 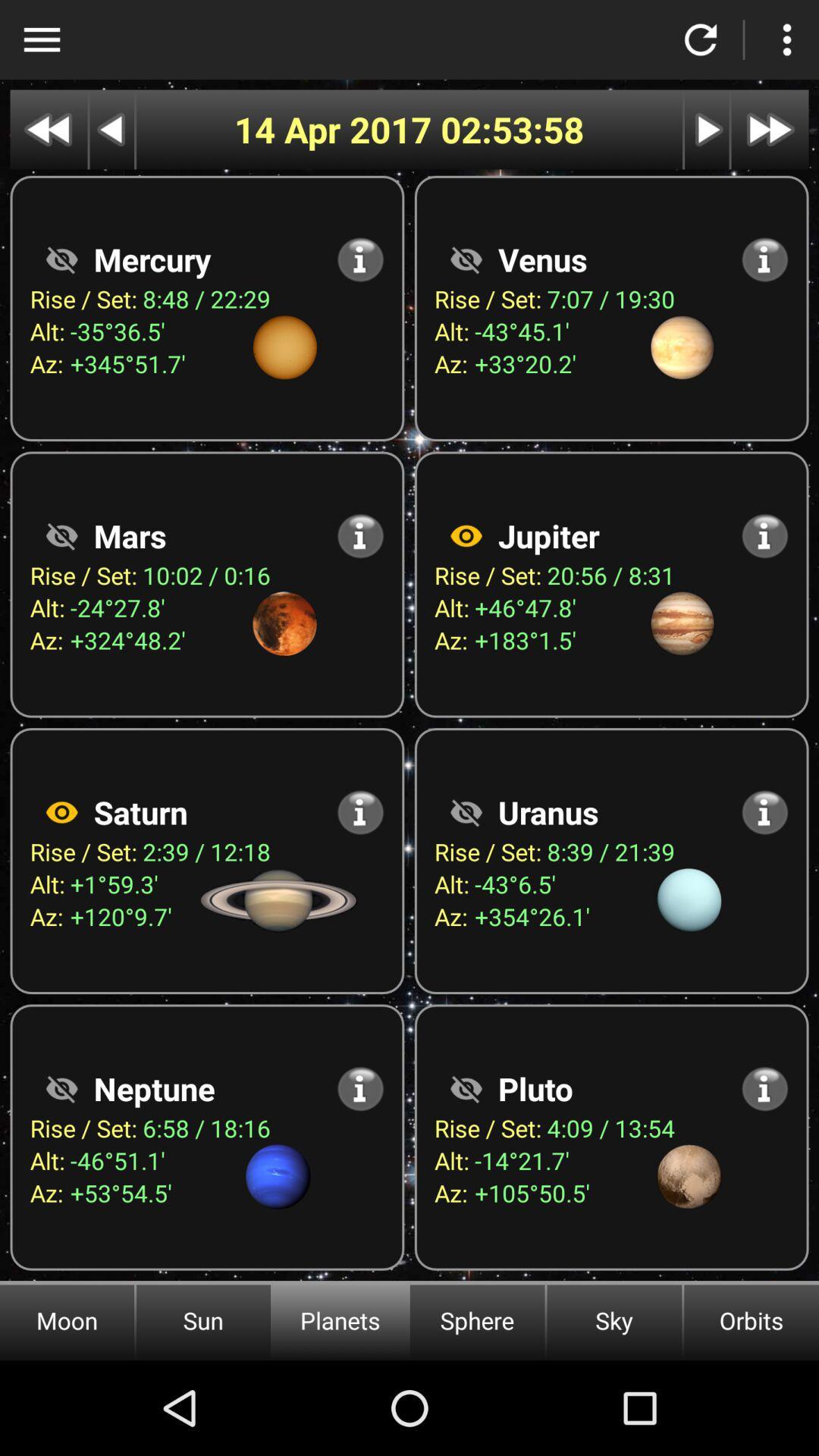 What do you see at coordinates (48, 130) in the screenshot?
I see `go back` at bounding box center [48, 130].